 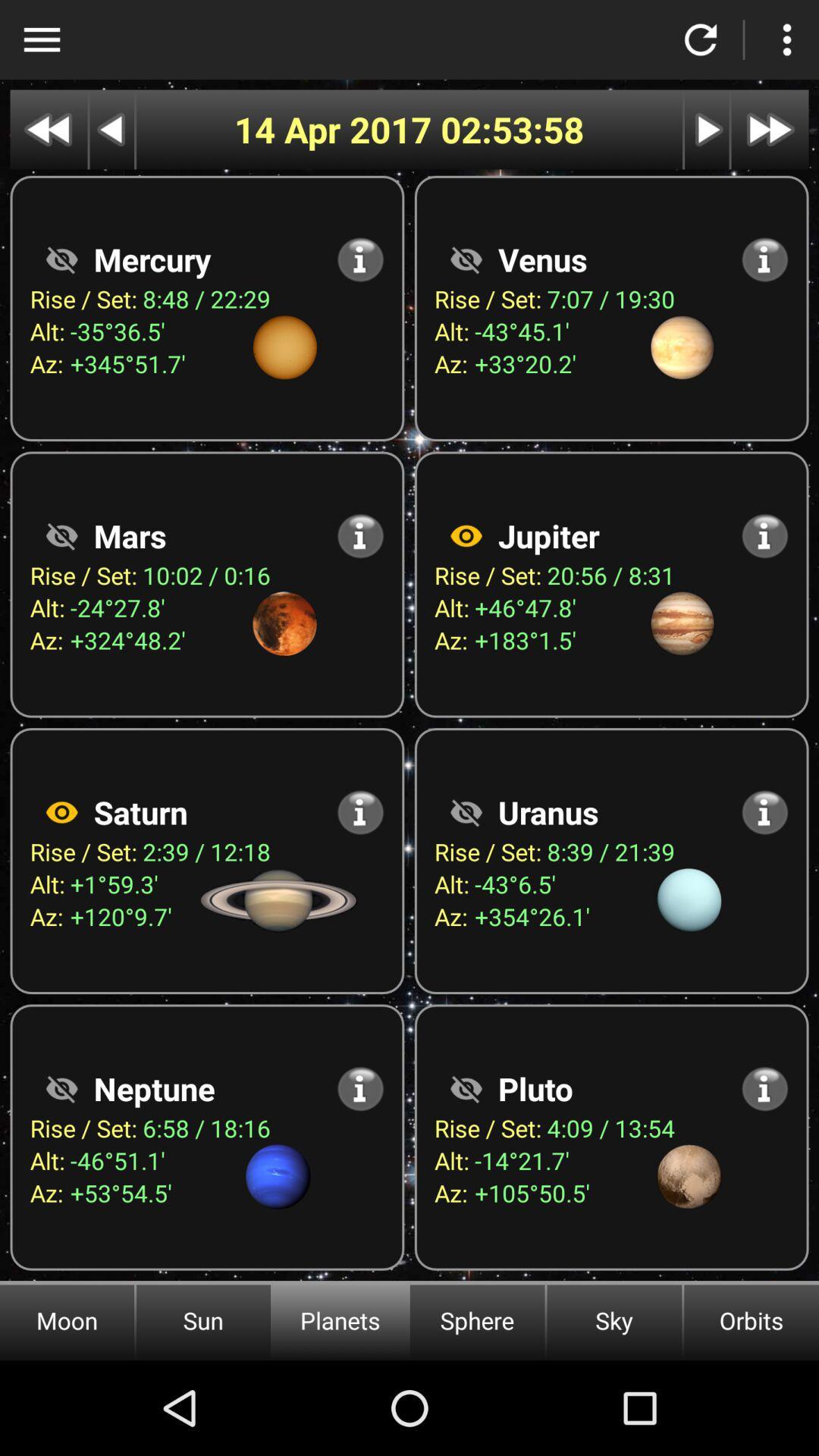 What do you see at coordinates (48, 130) in the screenshot?
I see `go back` at bounding box center [48, 130].